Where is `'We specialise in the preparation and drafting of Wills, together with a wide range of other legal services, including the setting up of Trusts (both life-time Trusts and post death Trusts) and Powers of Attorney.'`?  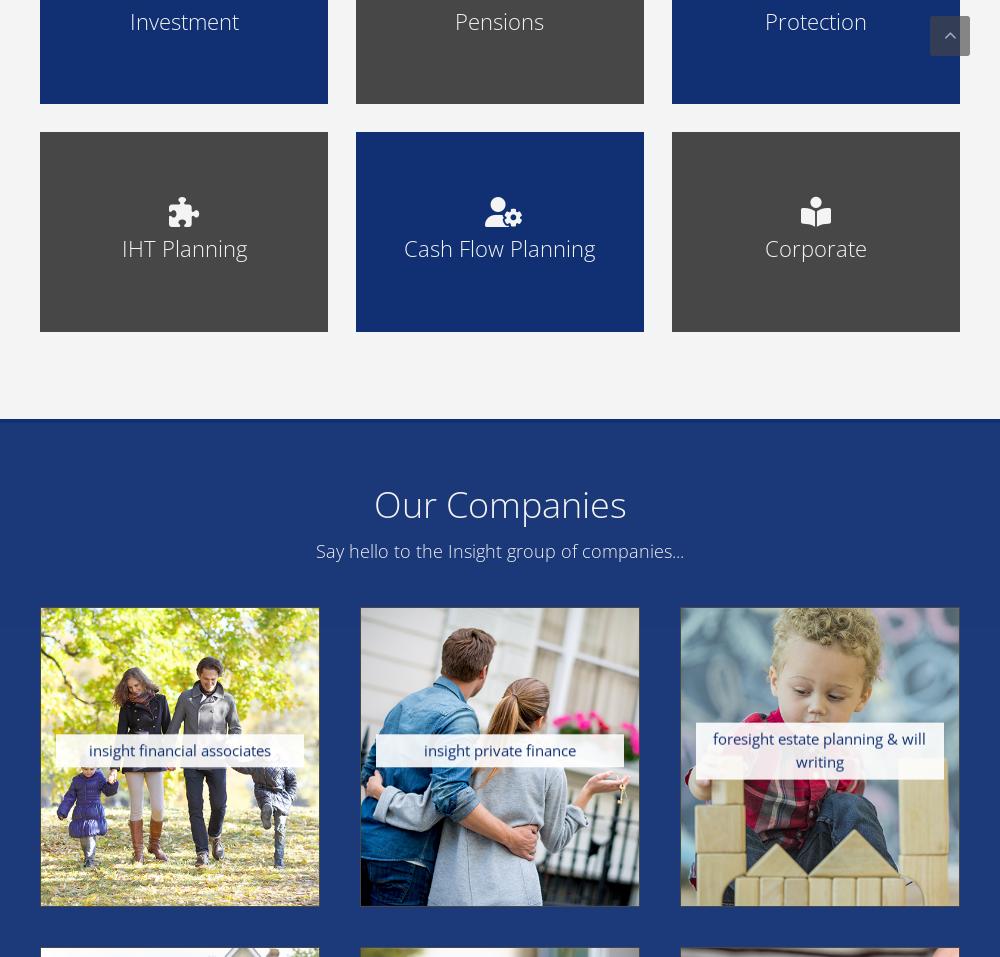 'We specialise in the preparation and drafting of Wills, together with a wide range of other legal services, including the setting up of Trusts (both life-time Trusts and post death Trusts) and Powers of Attorney.' is located at coordinates (818, 762).